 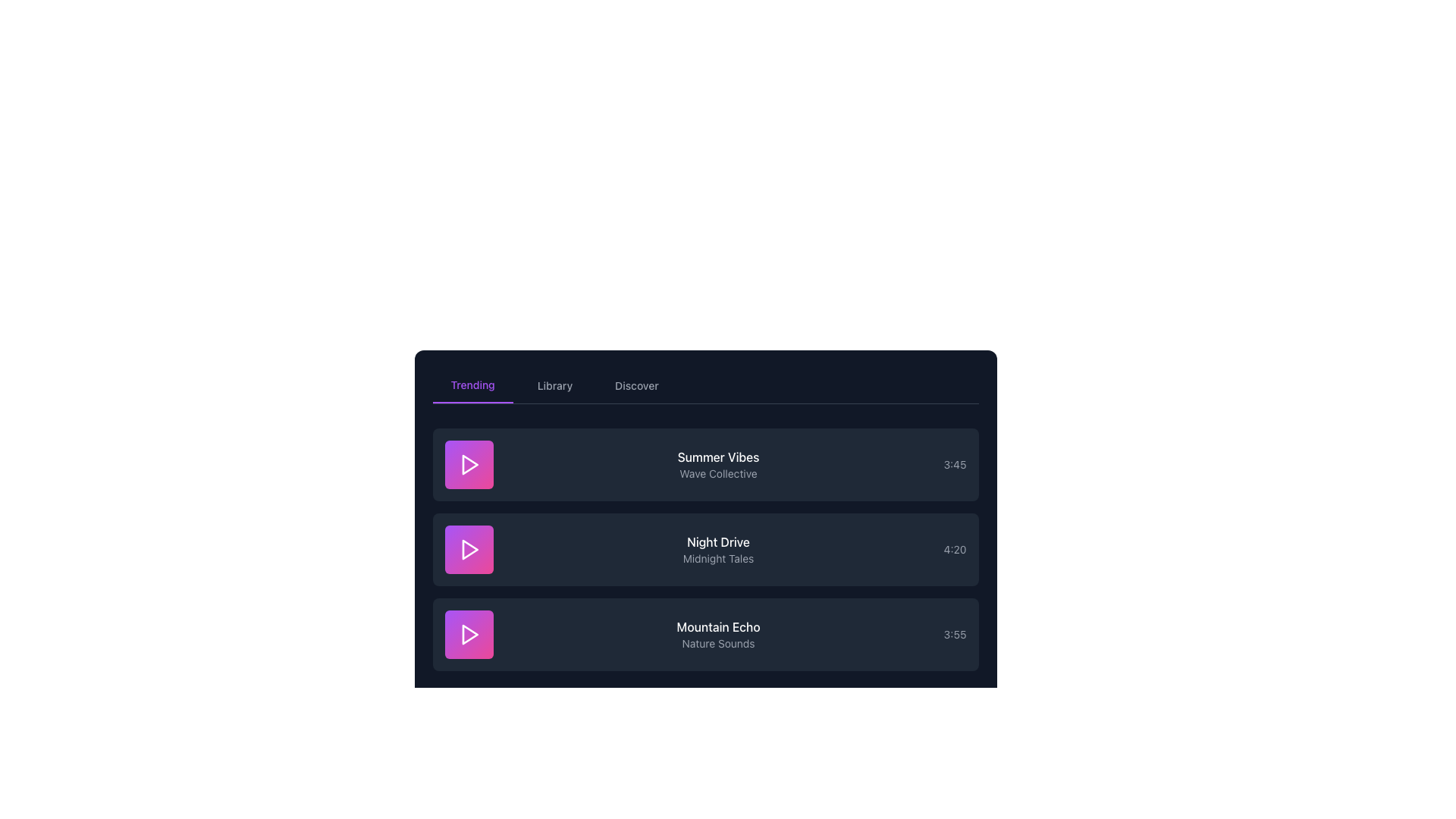 I want to click on the static text label displaying 'Nature Sounds', which is located directly below 'Mountain Echo' in a light gray font, so click(x=717, y=643).